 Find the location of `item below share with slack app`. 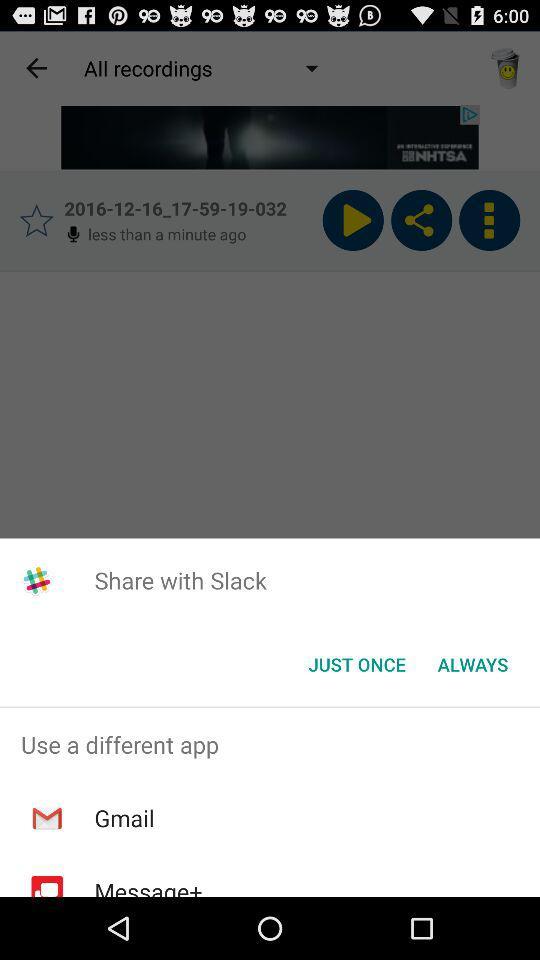

item below share with slack app is located at coordinates (356, 664).